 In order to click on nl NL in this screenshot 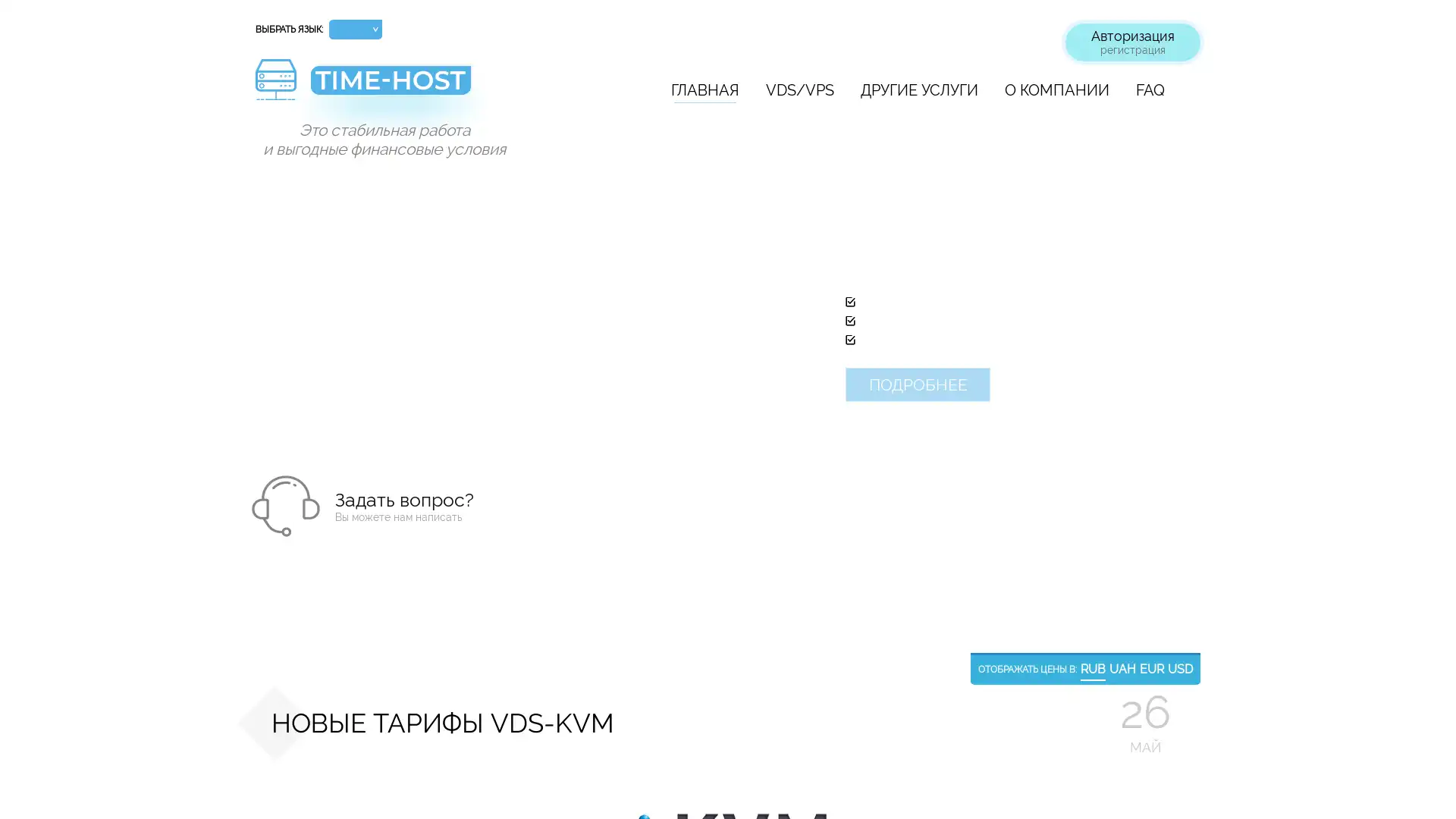, I will do `click(355, 227)`.